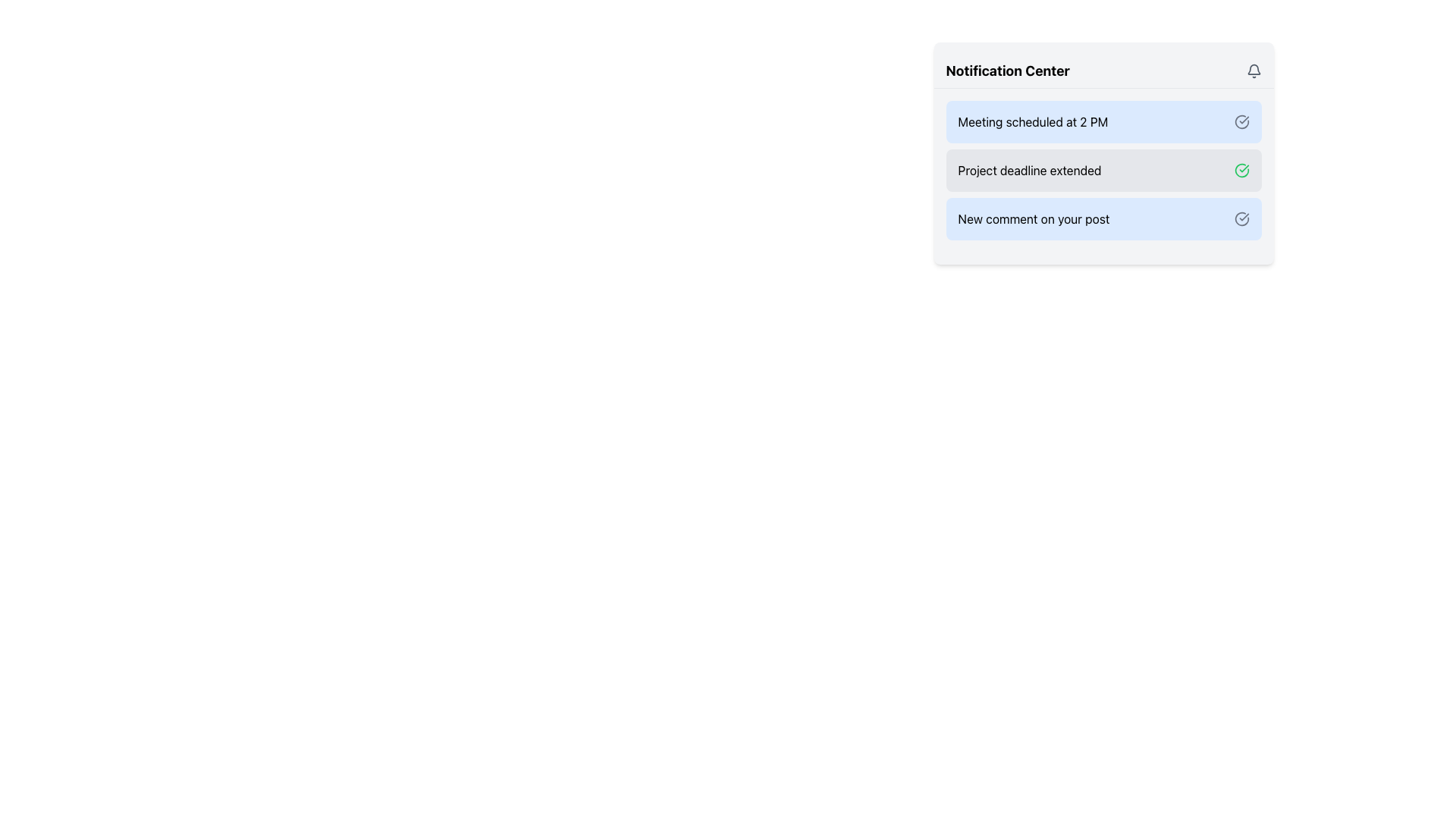  What do you see at coordinates (1030, 170) in the screenshot?
I see `the static text label that indicates the project's deadline extension within the notification card in the Notification Center` at bounding box center [1030, 170].